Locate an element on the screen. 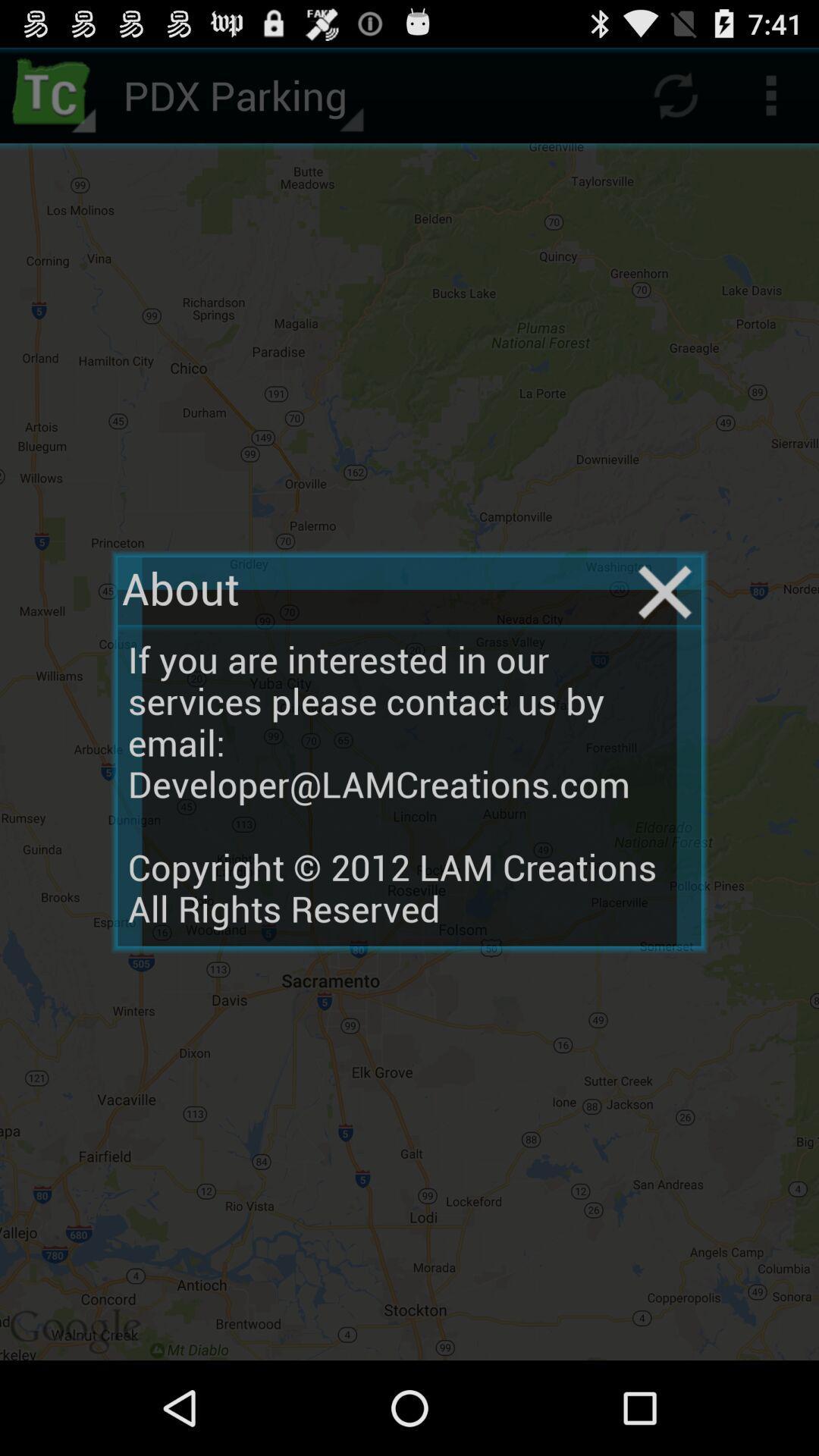  the more icon is located at coordinates (771, 101).